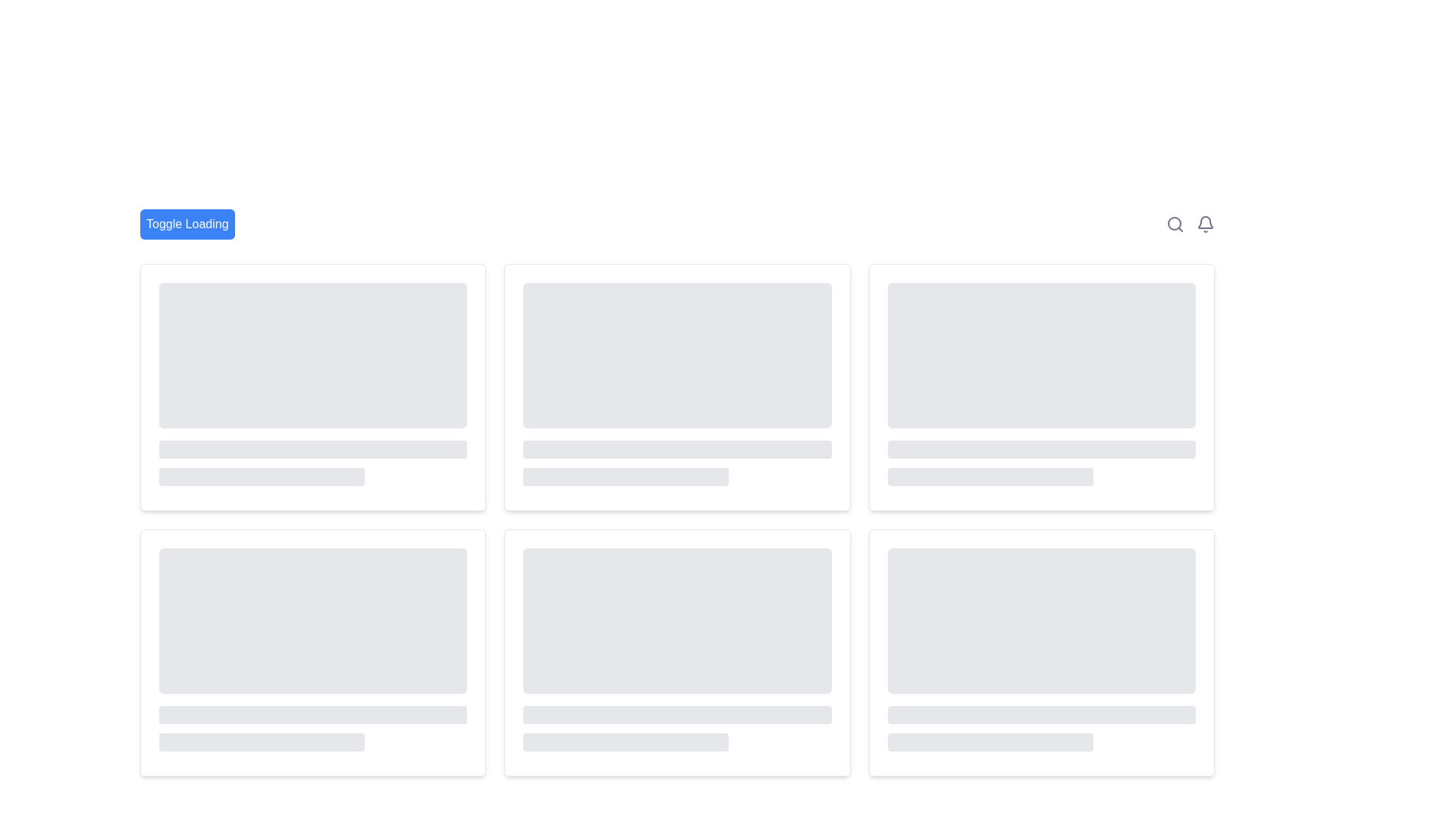 This screenshot has width=1456, height=819. I want to click on the Placeholder component located in the second column of the top row of a grid, which represents dynamic content yet to be loaded, so click(1040, 383).